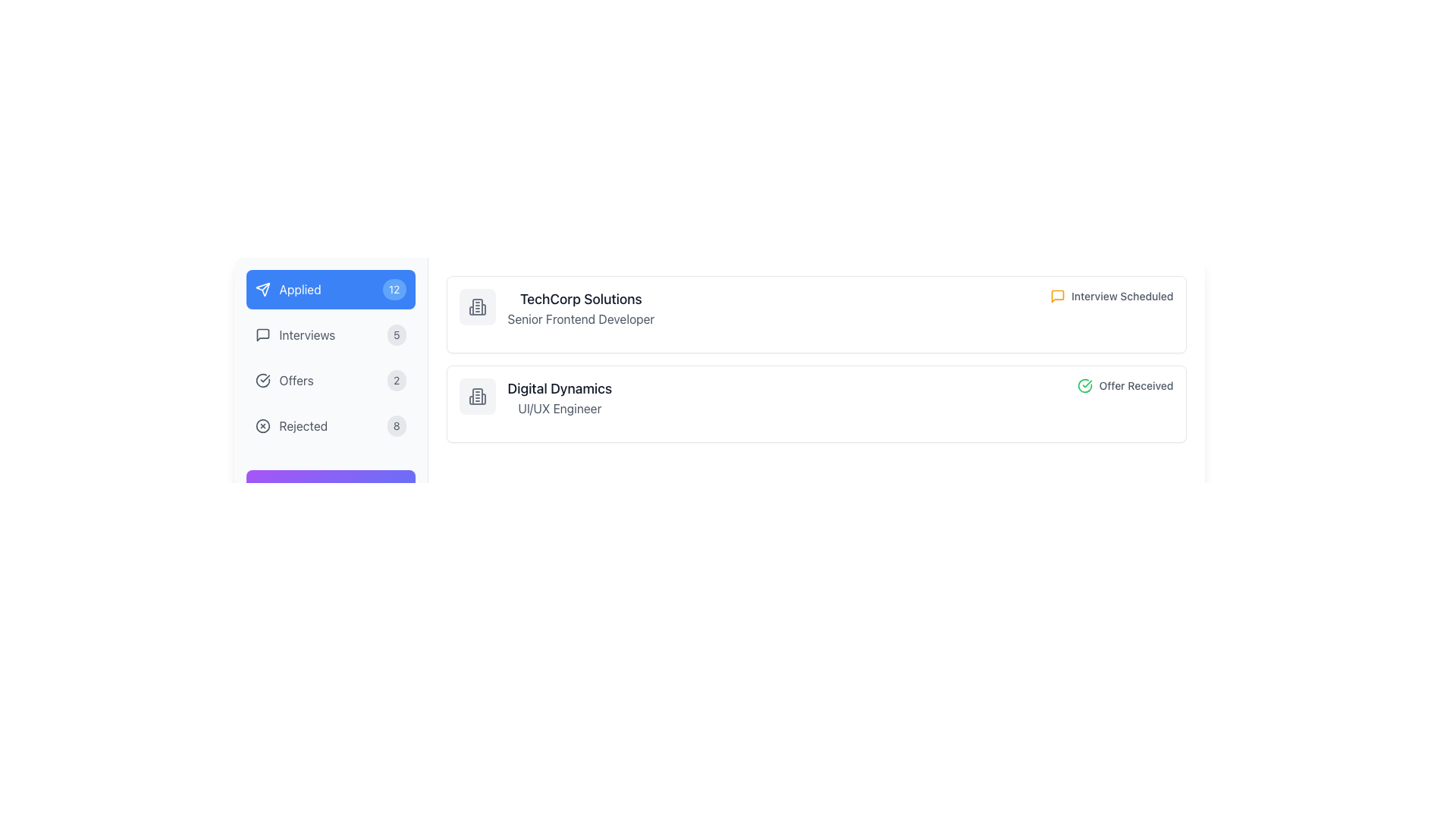  What do you see at coordinates (397, 379) in the screenshot?
I see `the badge that displays the count of items or notifications associated with the 'Offers' sidebar option` at bounding box center [397, 379].